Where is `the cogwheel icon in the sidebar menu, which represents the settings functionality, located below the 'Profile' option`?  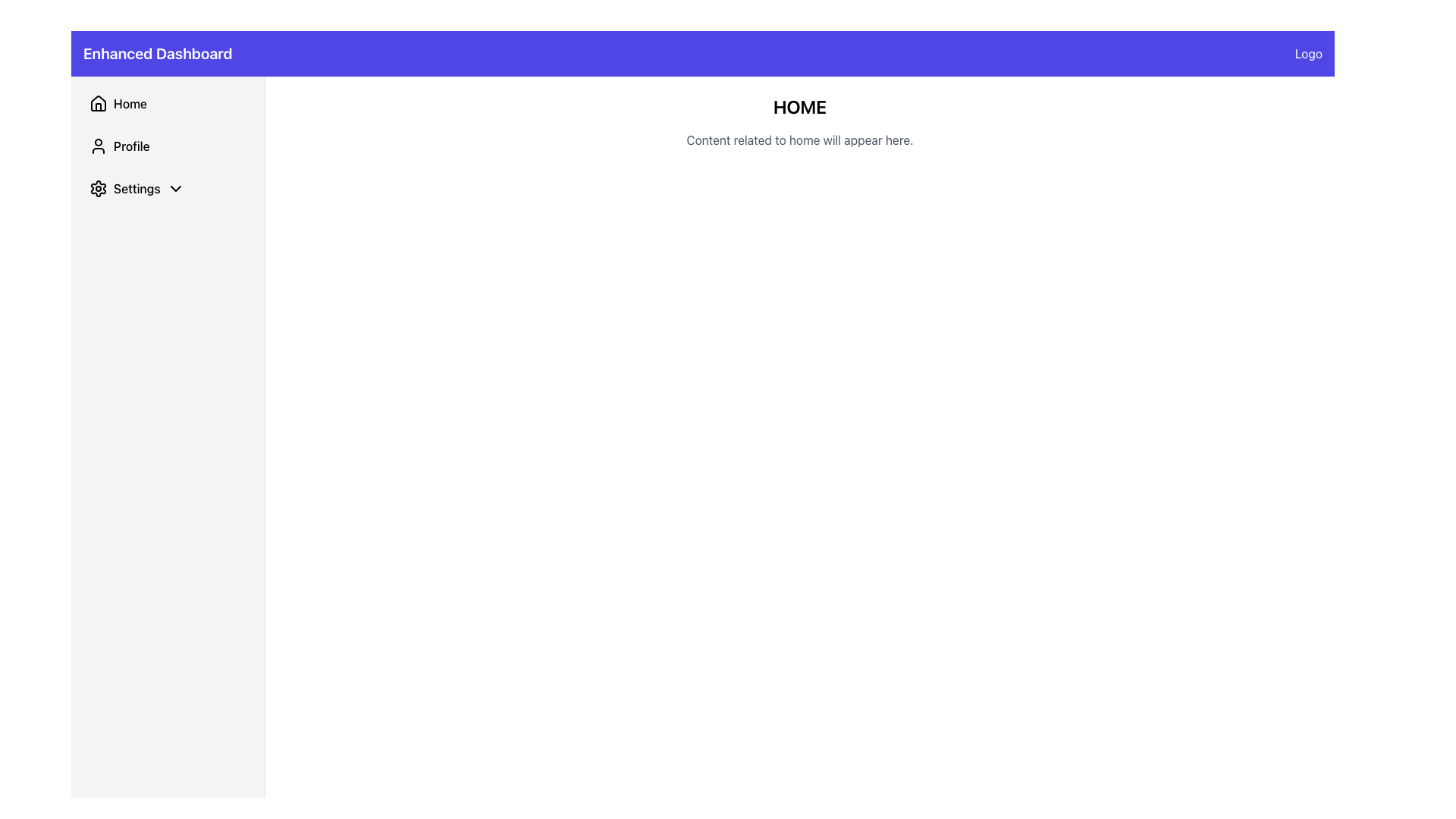
the cogwheel icon in the sidebar menu, which represents the settings functionality, located below the 'Profile' option is located at coordinates (97, 188).